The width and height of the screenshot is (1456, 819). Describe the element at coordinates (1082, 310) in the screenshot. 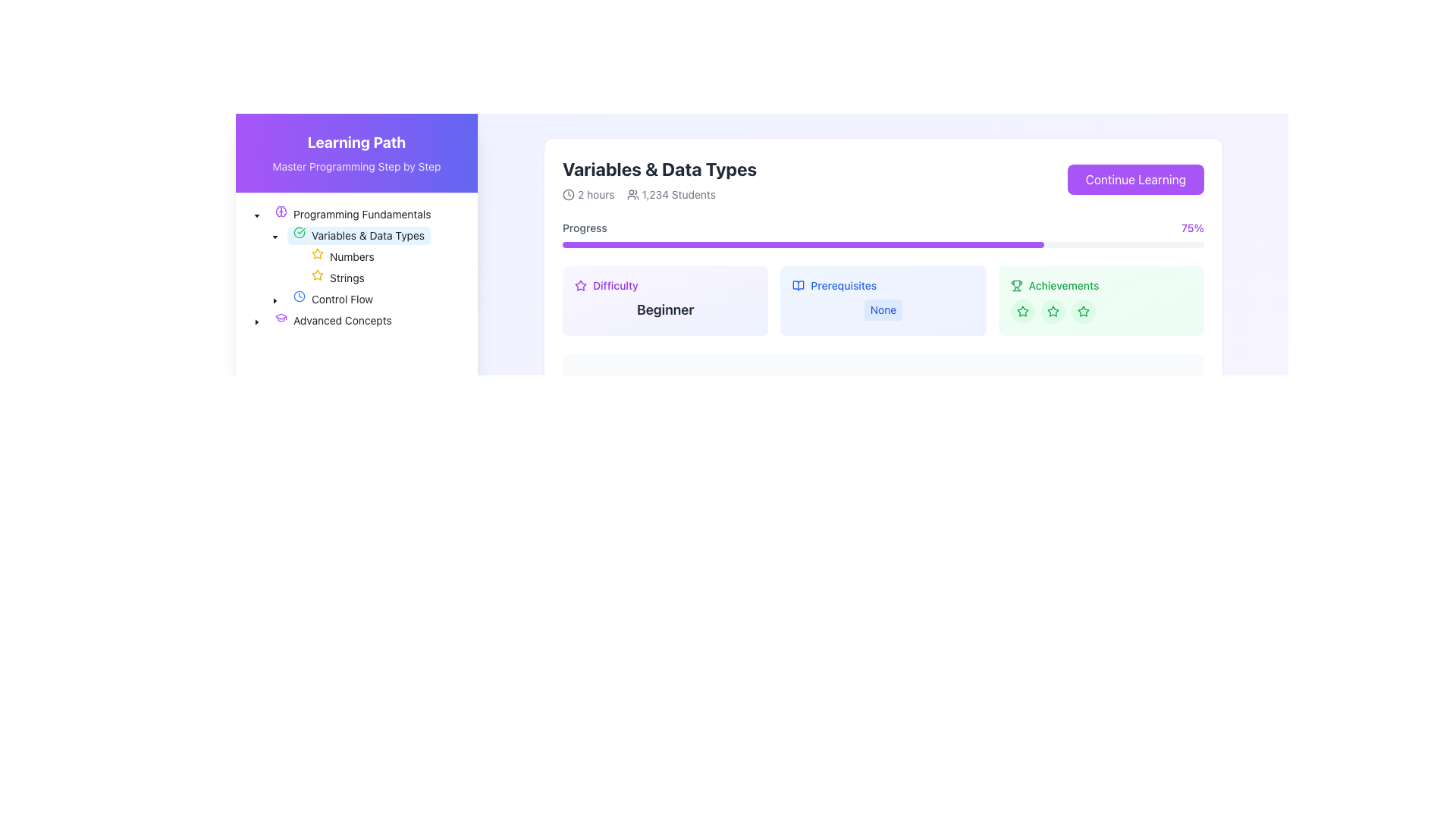

I see `the third star icon in the 'Achievements' section, which has a green outline and a transparent interior` at that location.